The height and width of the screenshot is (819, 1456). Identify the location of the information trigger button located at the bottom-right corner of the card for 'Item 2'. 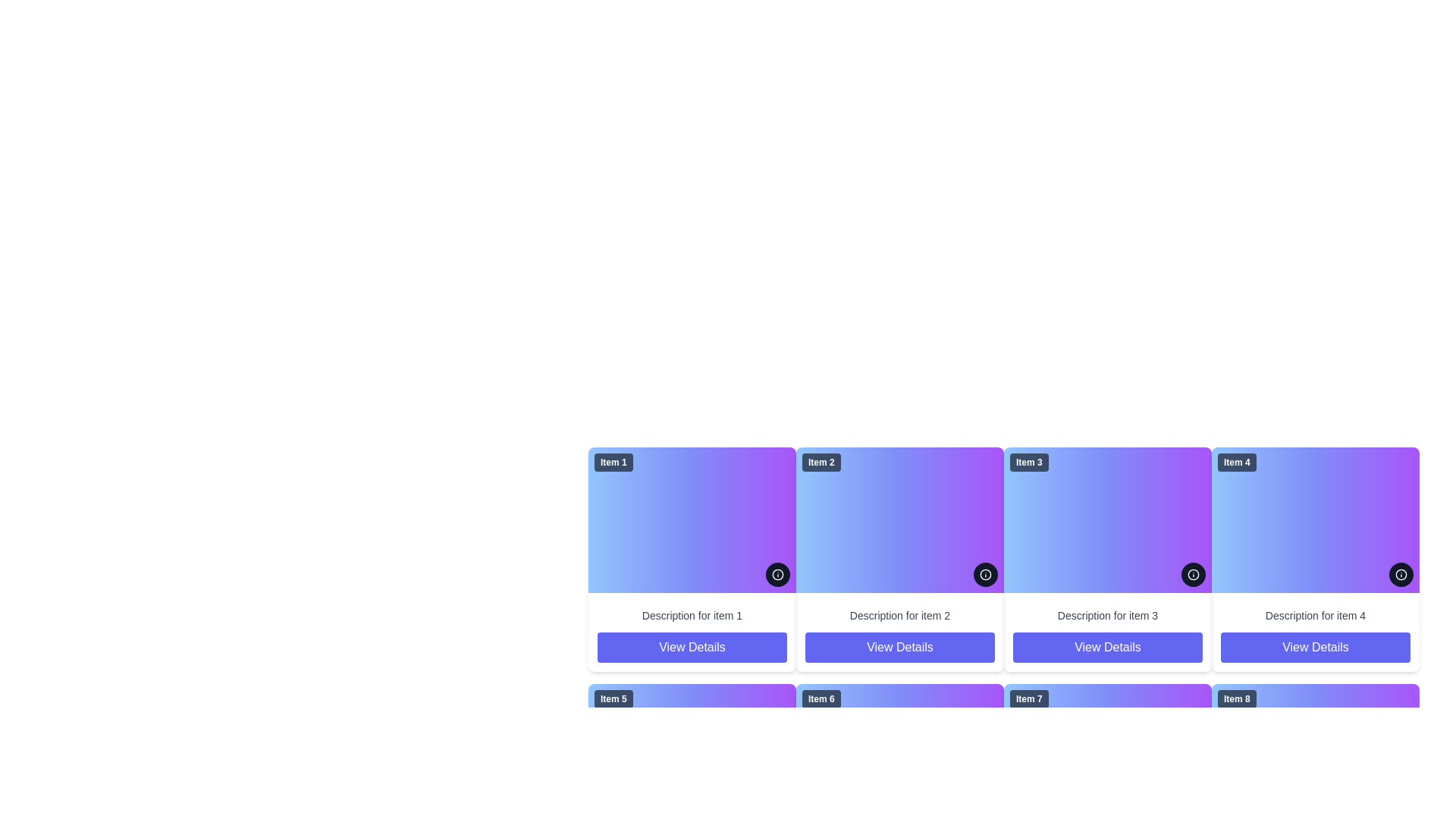
(986, 575).